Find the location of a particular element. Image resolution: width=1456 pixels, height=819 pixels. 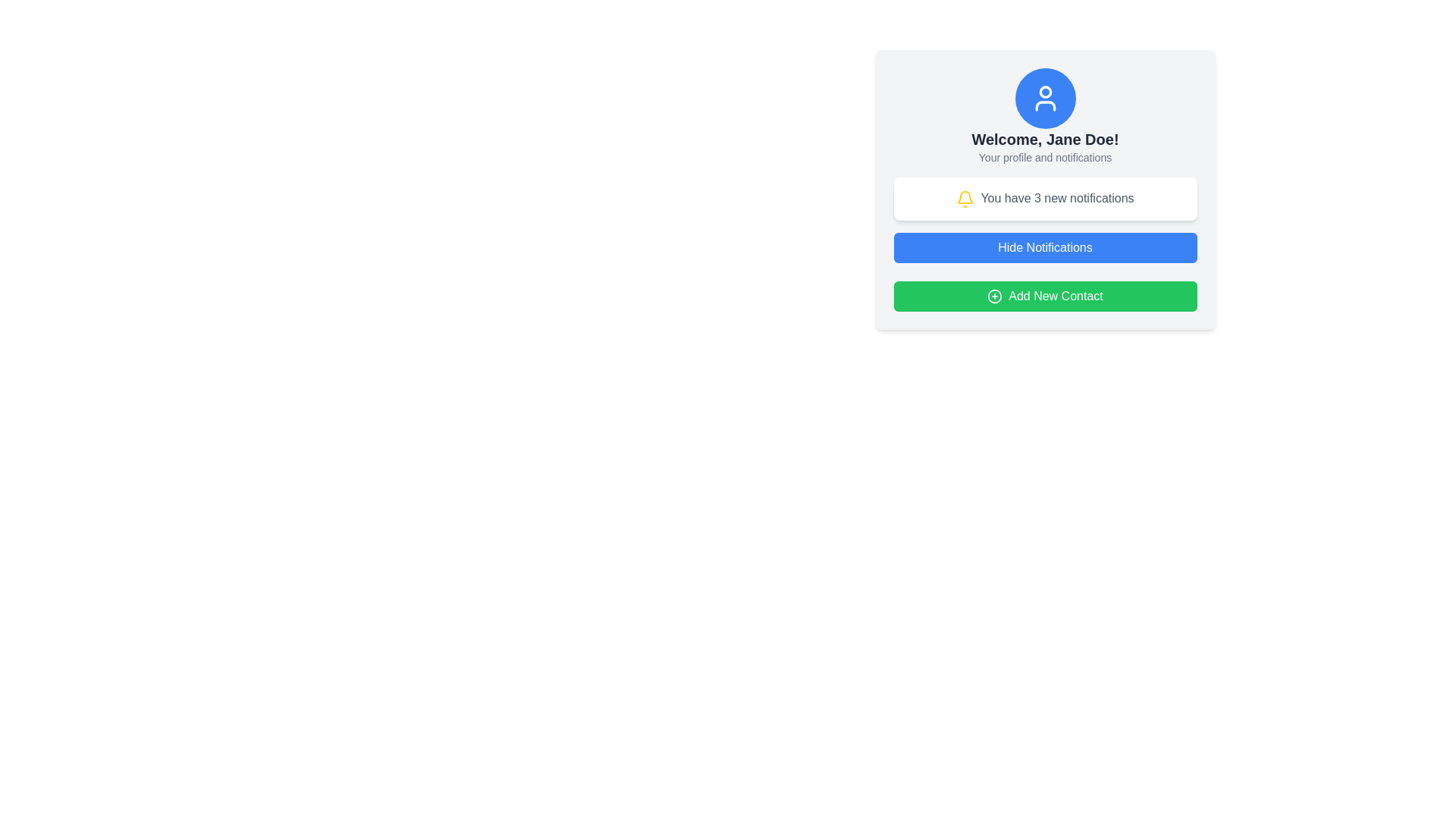

the bell icon representing notifications, which is located to the left of the text 'You have 3 new notifications' within a rounded white box is located at coordinates (965, 198).